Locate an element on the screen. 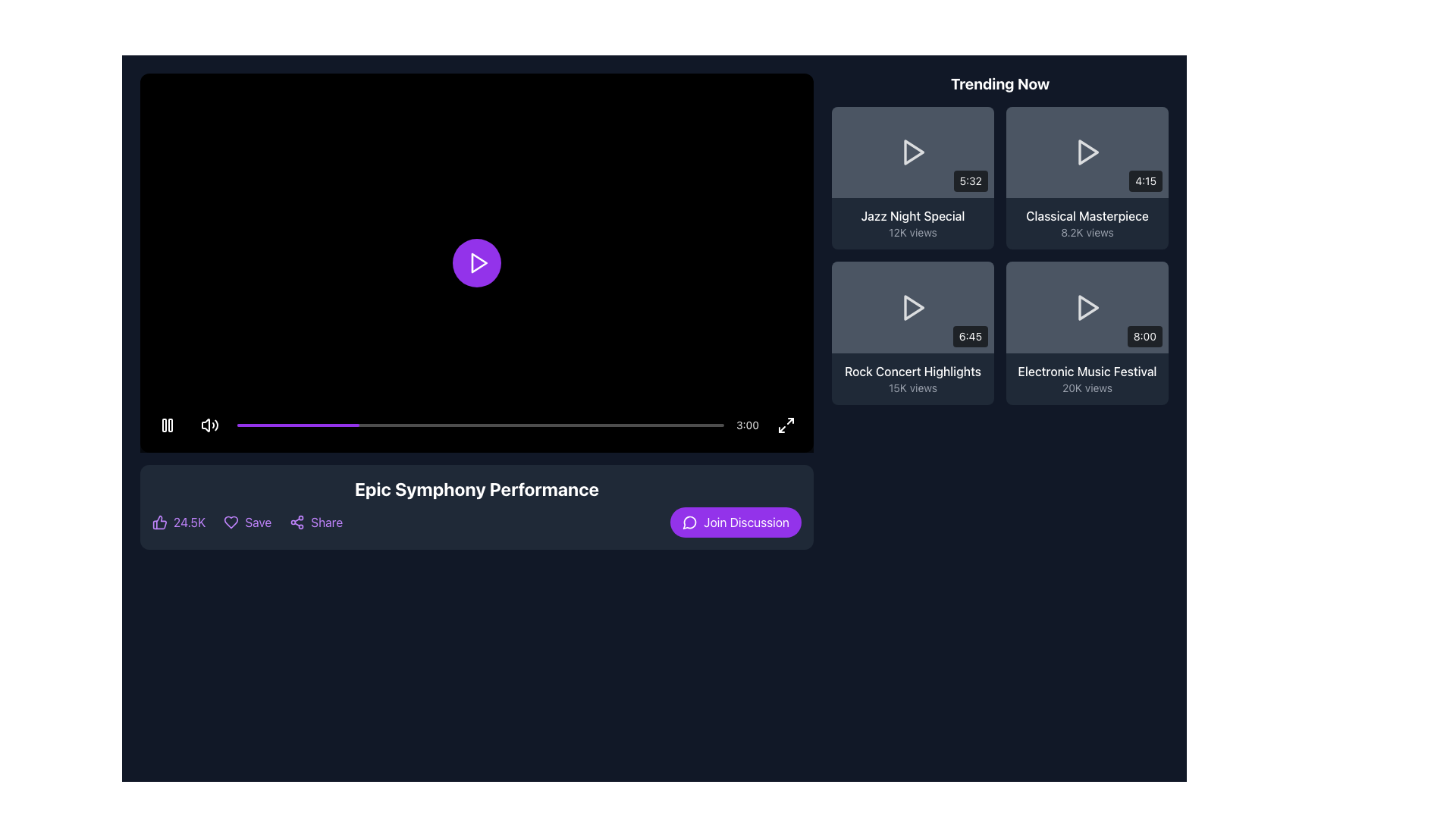  the text element displaying '3:00' in white color, located at the right end of the control bar at the bottom of the video player interface is located at coordinates (475, 424).